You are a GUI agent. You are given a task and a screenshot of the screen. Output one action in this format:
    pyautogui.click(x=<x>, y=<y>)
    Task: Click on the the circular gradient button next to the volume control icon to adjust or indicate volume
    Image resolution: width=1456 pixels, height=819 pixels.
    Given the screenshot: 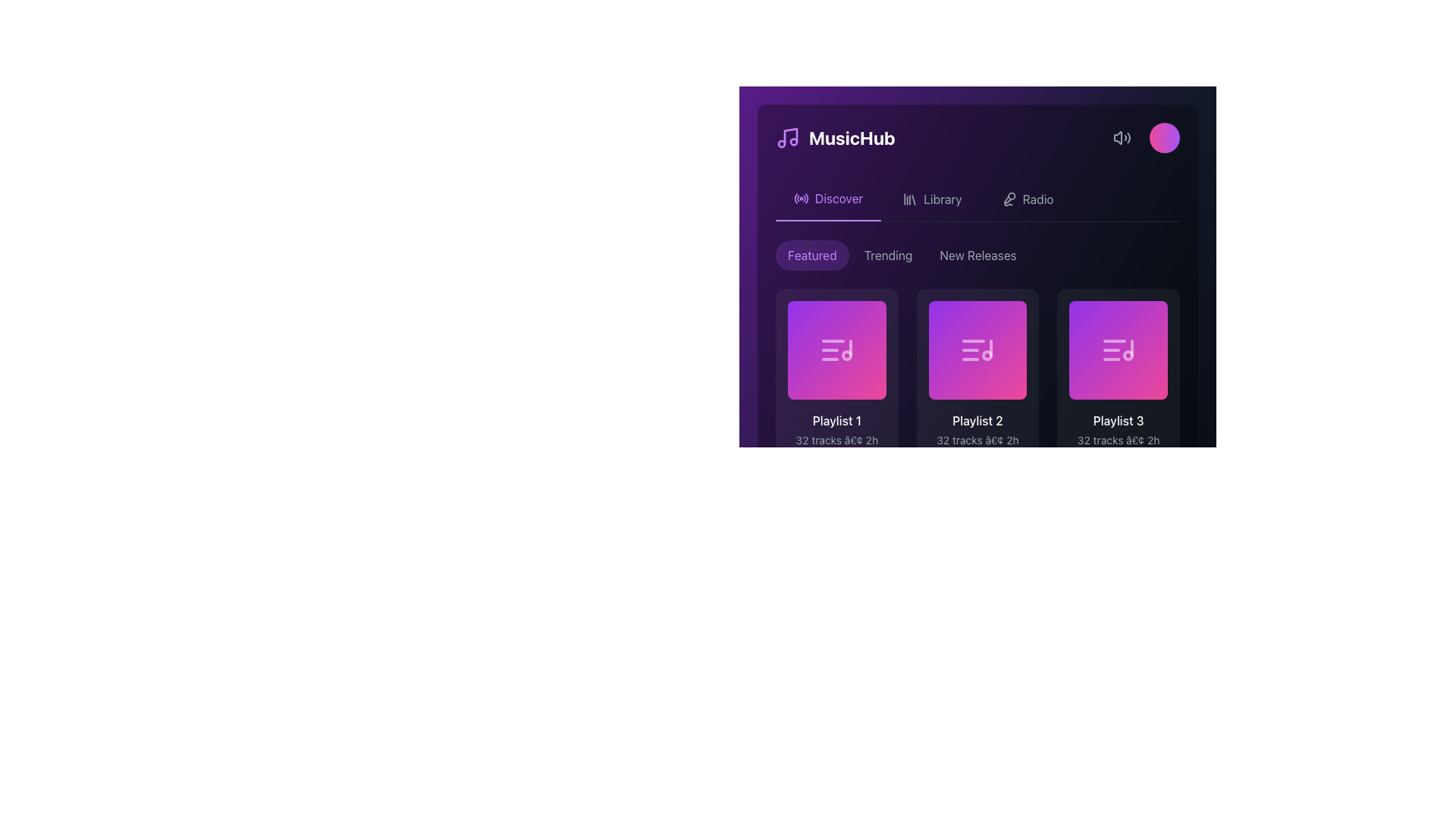 What is the action you would take?
    pyautogui.click(x=1143, y=137)
    